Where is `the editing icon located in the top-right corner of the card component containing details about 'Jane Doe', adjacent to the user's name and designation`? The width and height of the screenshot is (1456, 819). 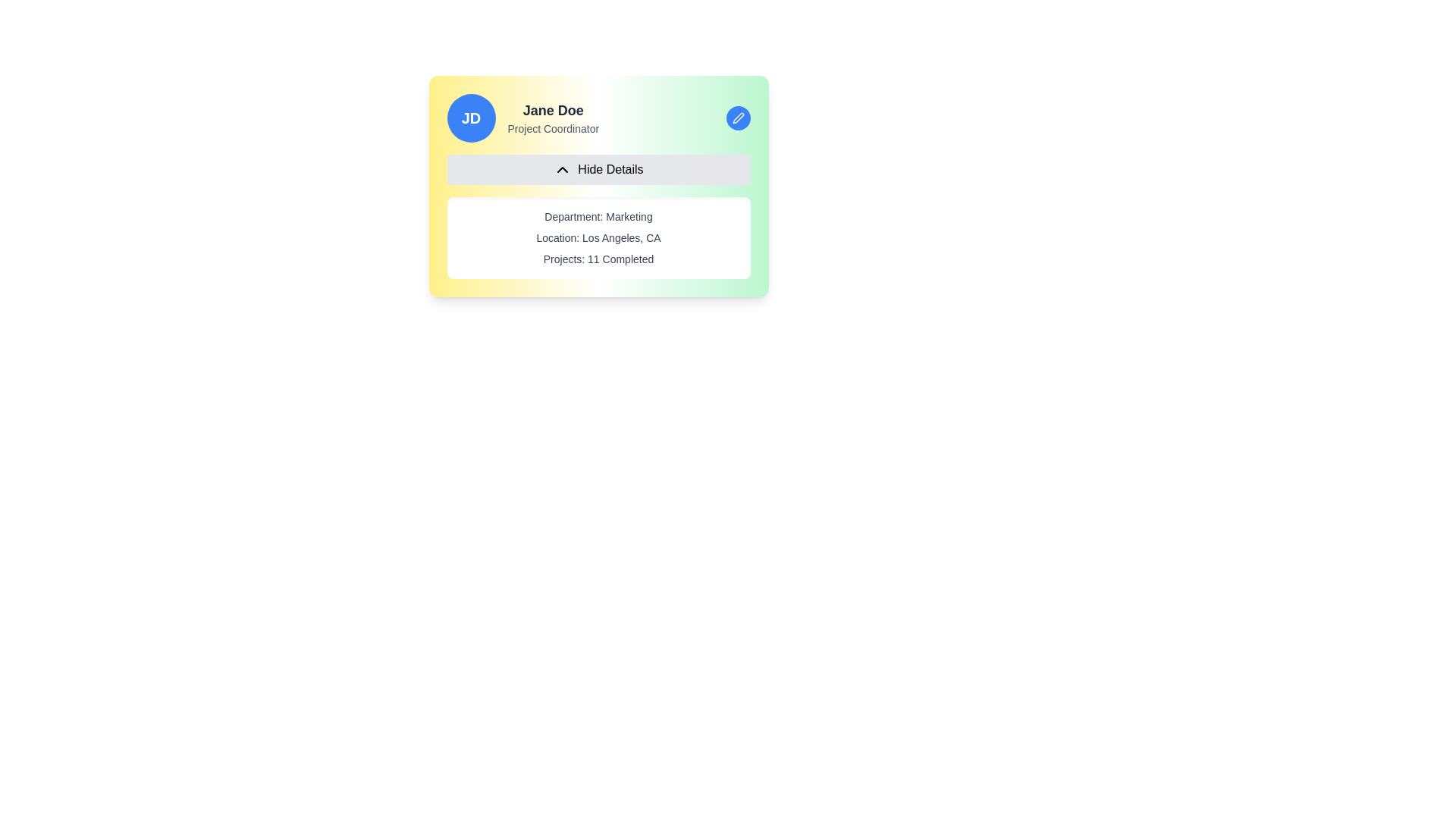 the editing icon located in the top-right corner of the card component containing details about 'Jane Doe', adjacent to the user's name and designation is located at coordinates (738, 117).